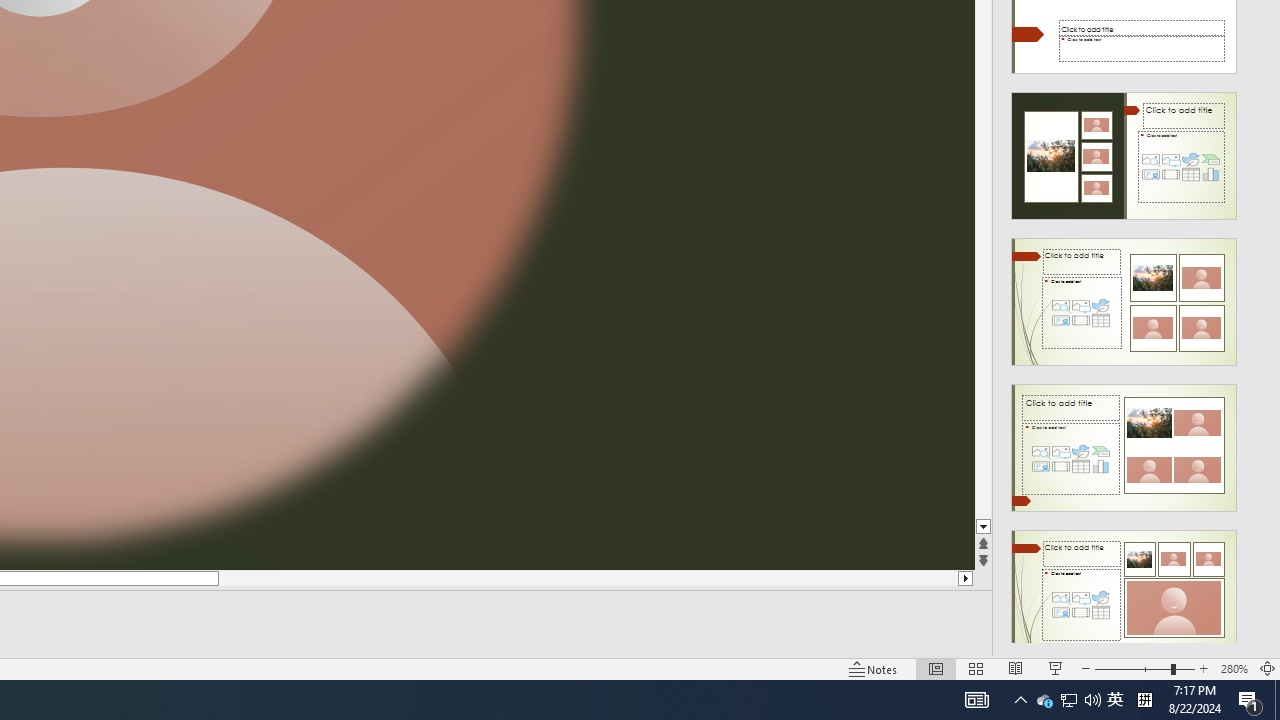 This screenshot has height=720, width=1280. What do you see at coordinates (1055, 669) in the screenshot?
I see `'Slide Show'` at bounding box center [1055, 669].